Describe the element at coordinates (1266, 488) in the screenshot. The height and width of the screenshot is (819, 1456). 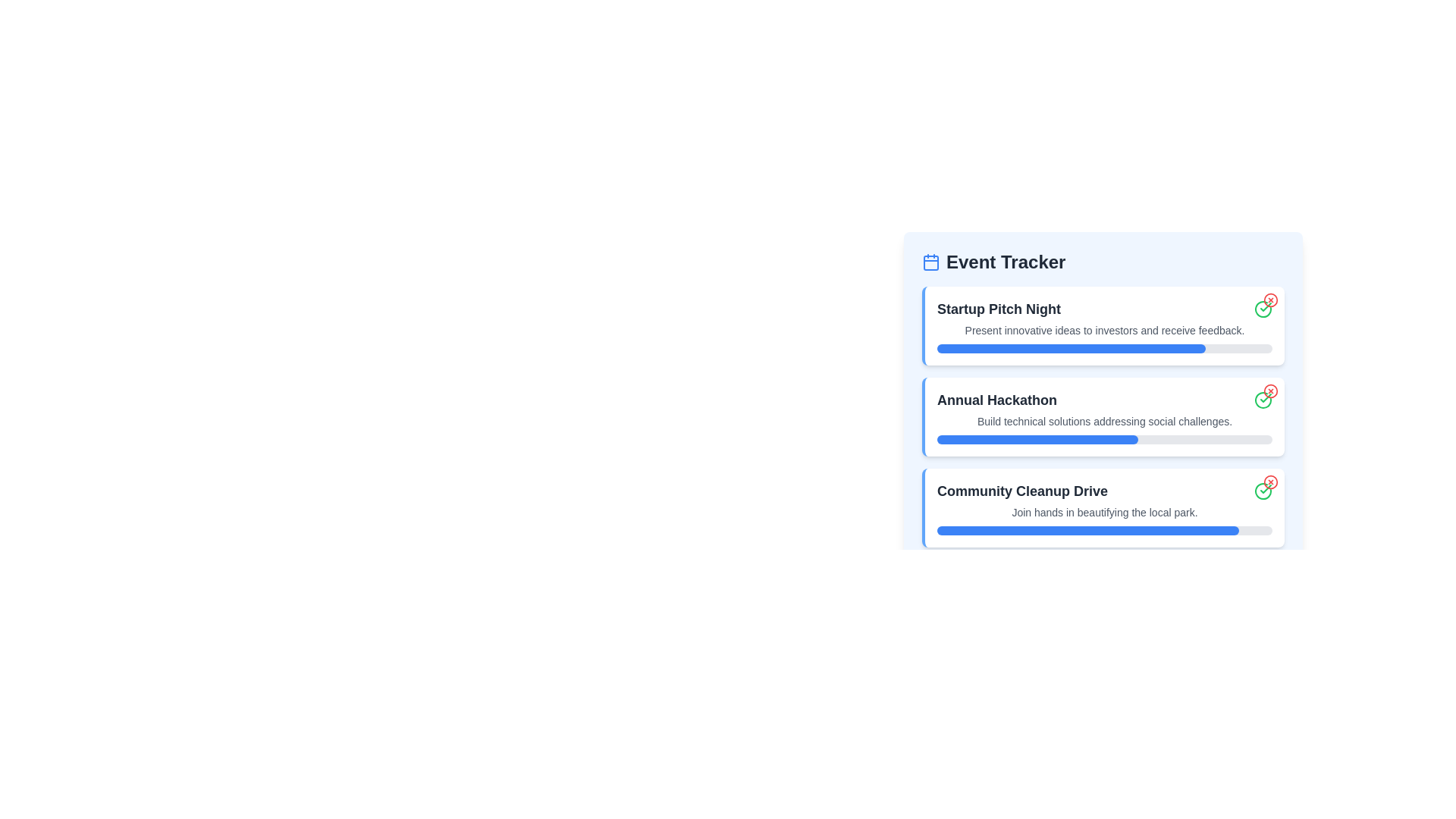
I see `the confirmation graphic icon representing the approval status for the 'Community Cleanup Drive' event, located at the bottom-right corner of its card` at that location.